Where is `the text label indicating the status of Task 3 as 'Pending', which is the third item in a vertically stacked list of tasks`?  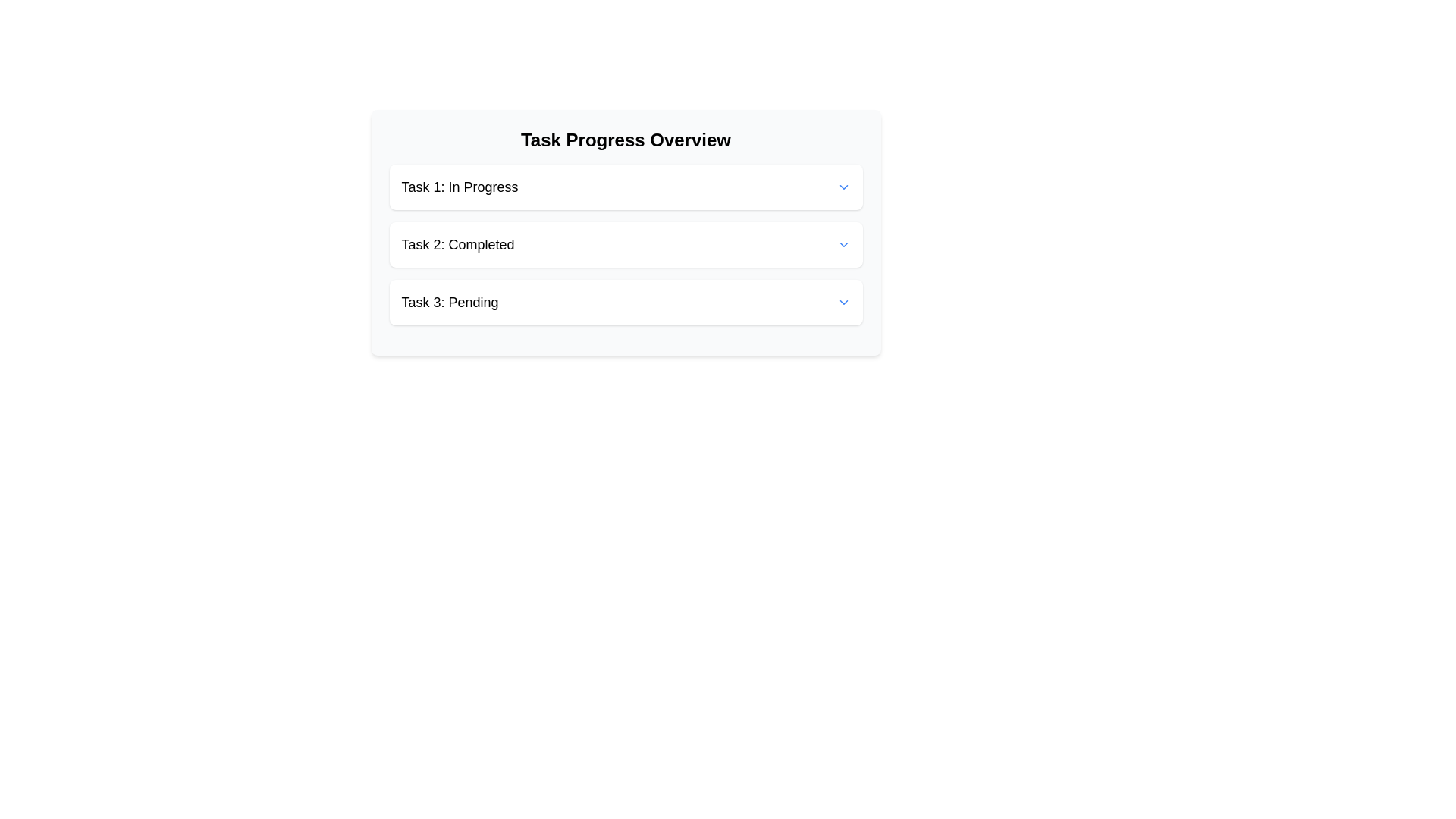 the text label indicating the status of Task 3 as 'Pending', which is the third item in a vertically stacked list of tasks is located at coordinates (449, 302).